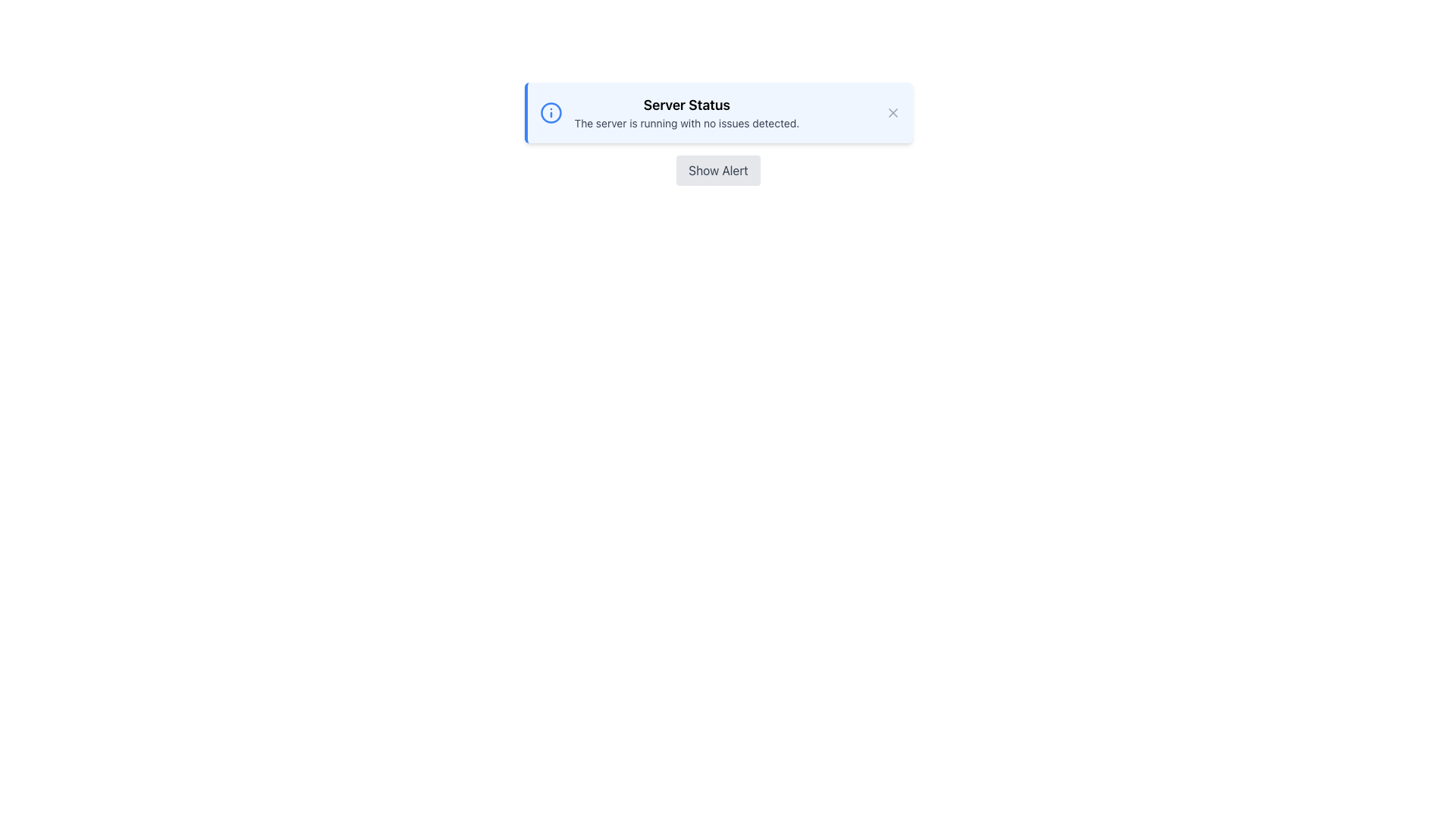  I want to click on the informative icon located on the left side of the notification banner, next to the text 'Server Status The server is running with no issues detected.', so click(550, 112).